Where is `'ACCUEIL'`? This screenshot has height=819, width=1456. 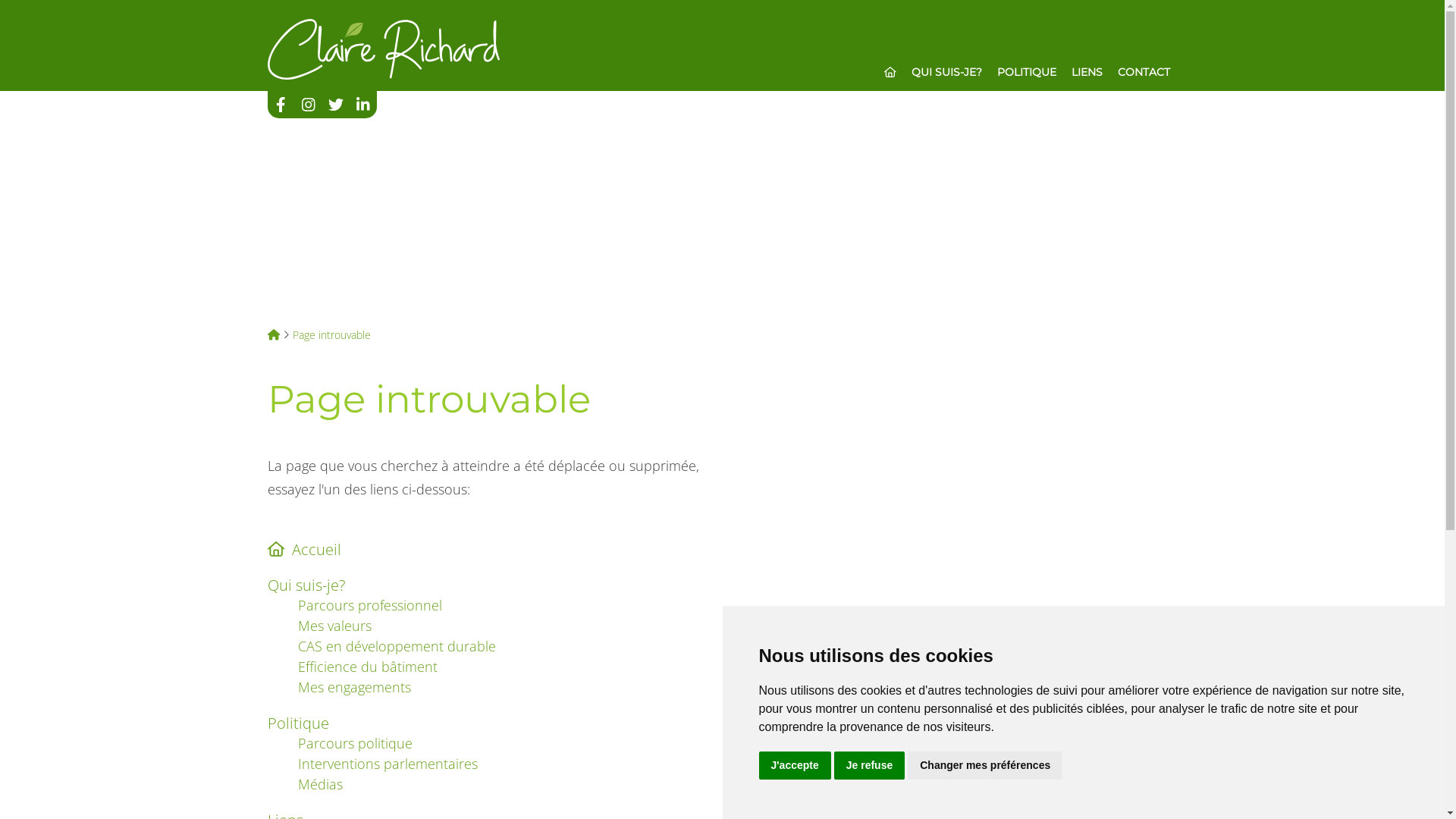 'ACCUEIL' is located at coordinates (890, 72).